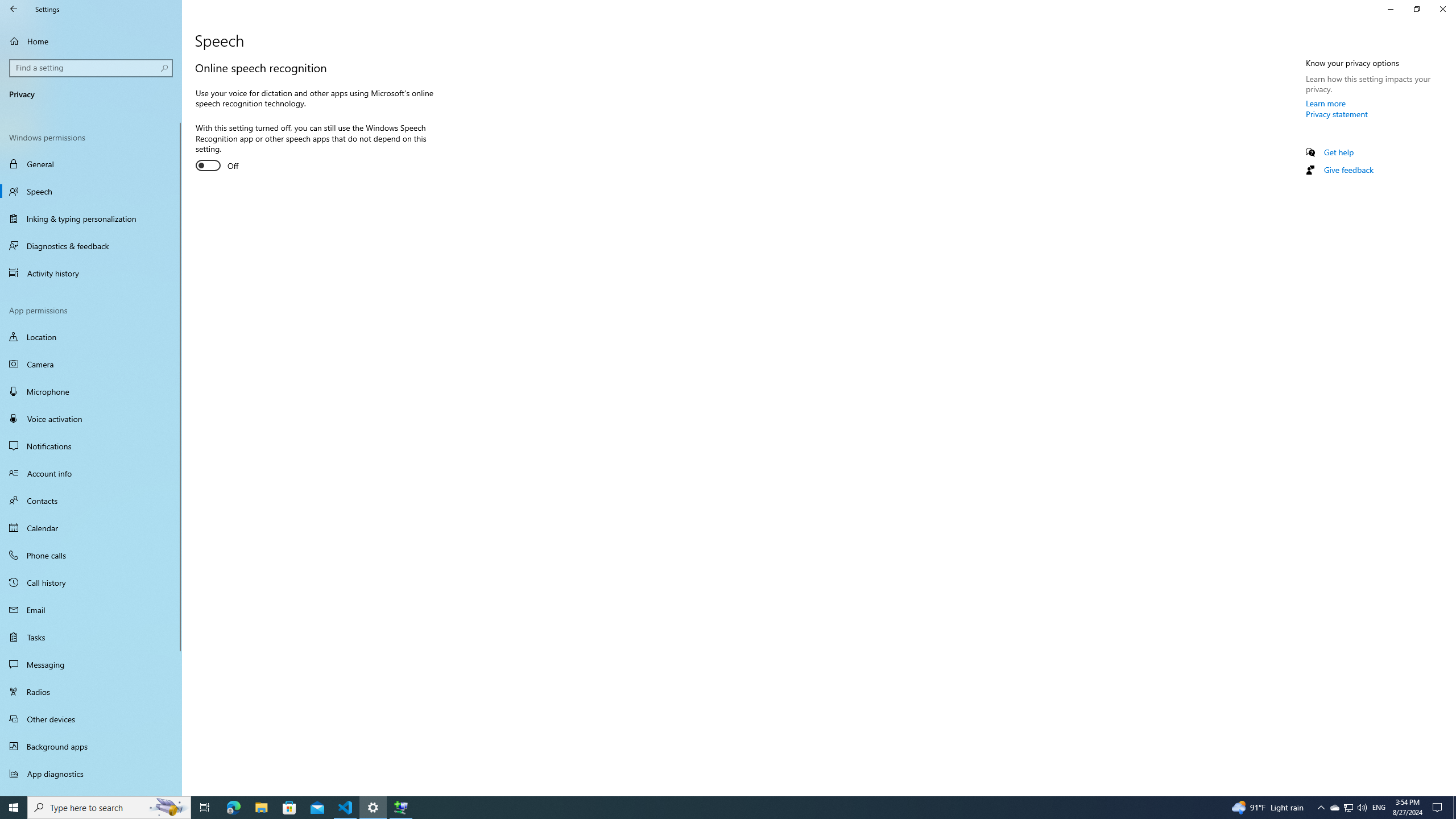 The width and height of the screenshot is (1456, 819). Describe the element at coordinates (90, 217) in the screenshot. I see `'Inking & typing personalization'` at that location.